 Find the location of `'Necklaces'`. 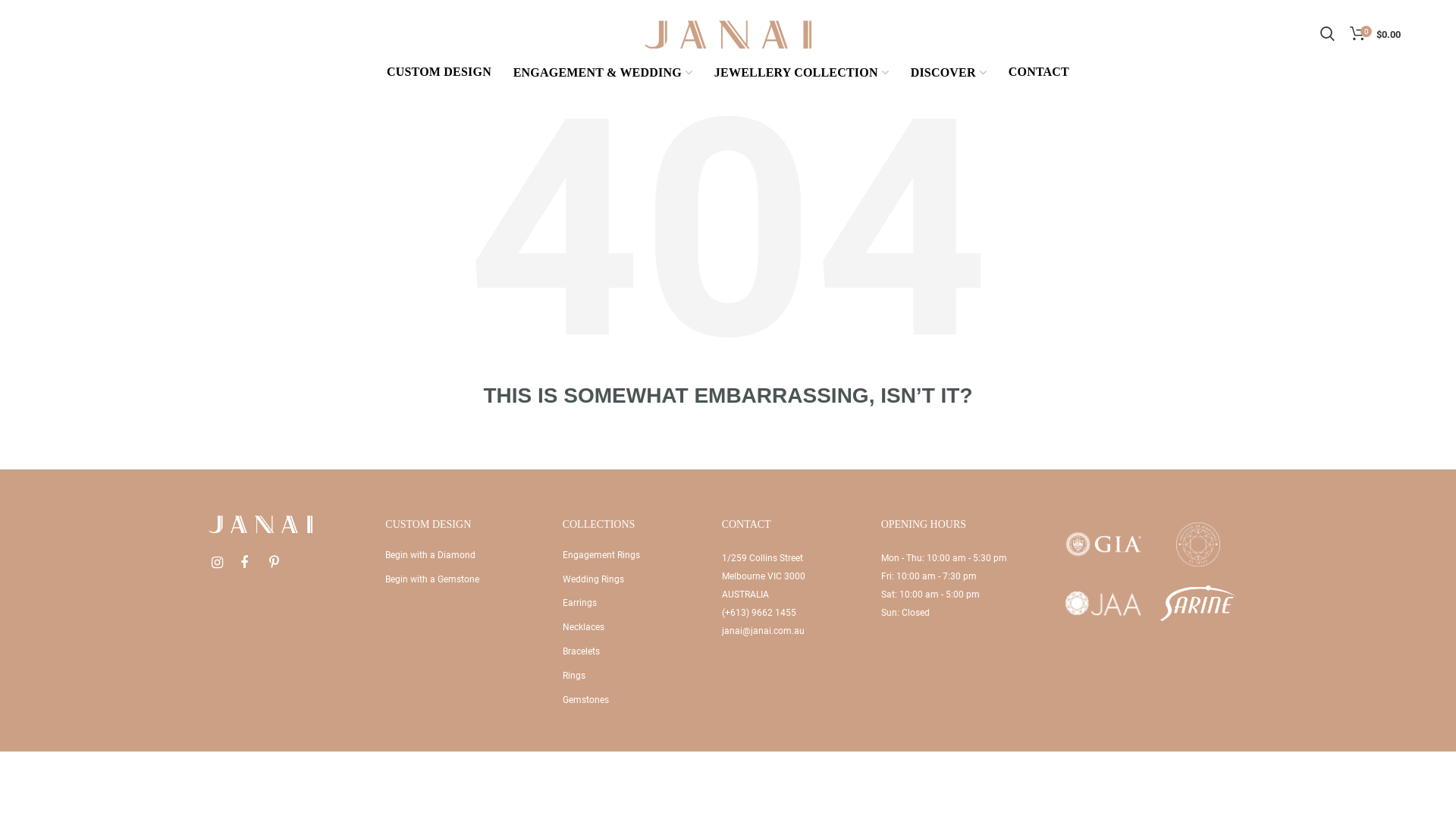

'Necklaces' is located at coordinates (562, 626).